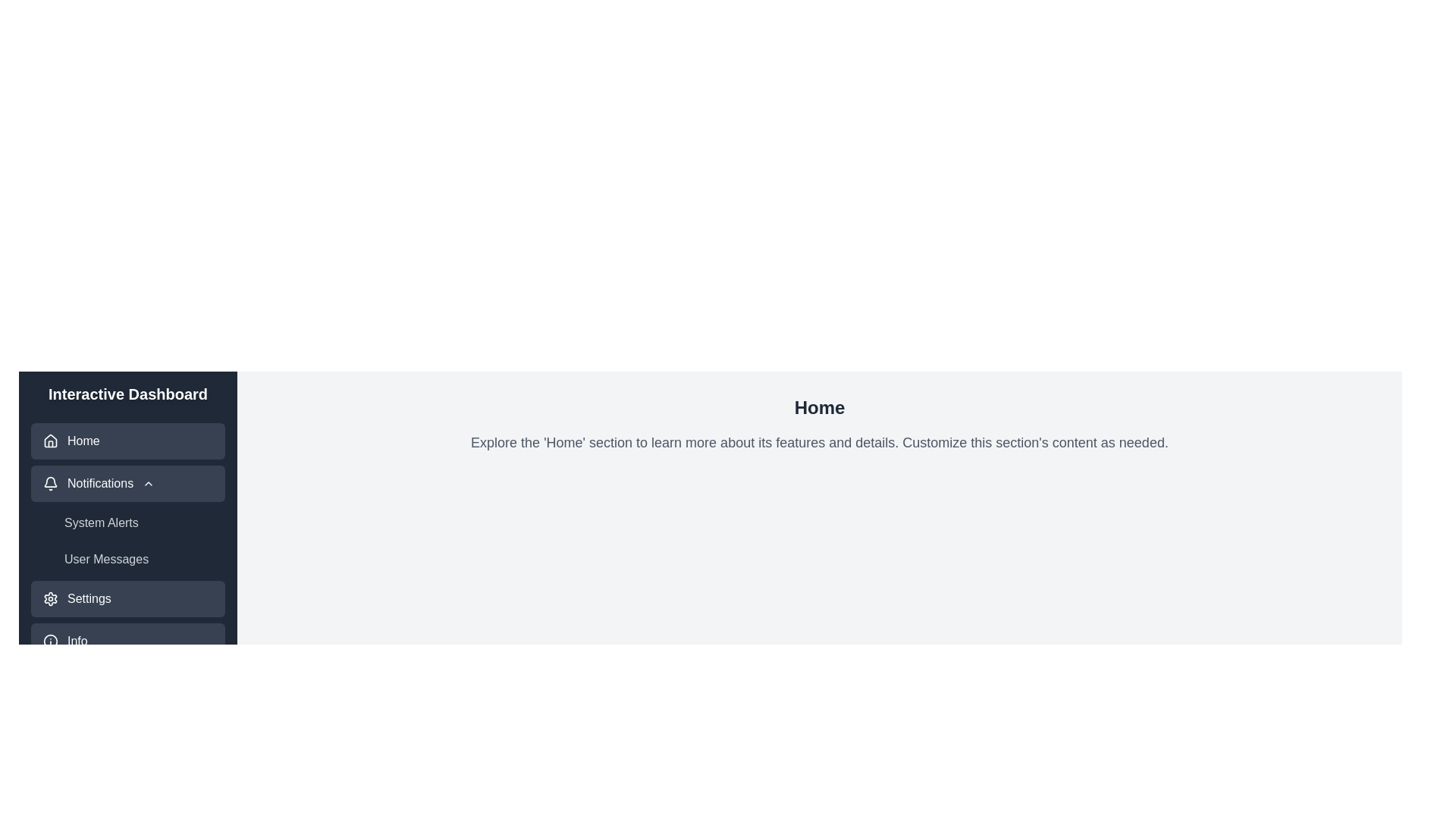 The height and width of the screenshot is (819, 1456). Describe the element at coordinates (140, 522) in the screenshot. I see `the 'System Alerts' button in the left sidebar navigation menu` at that location.